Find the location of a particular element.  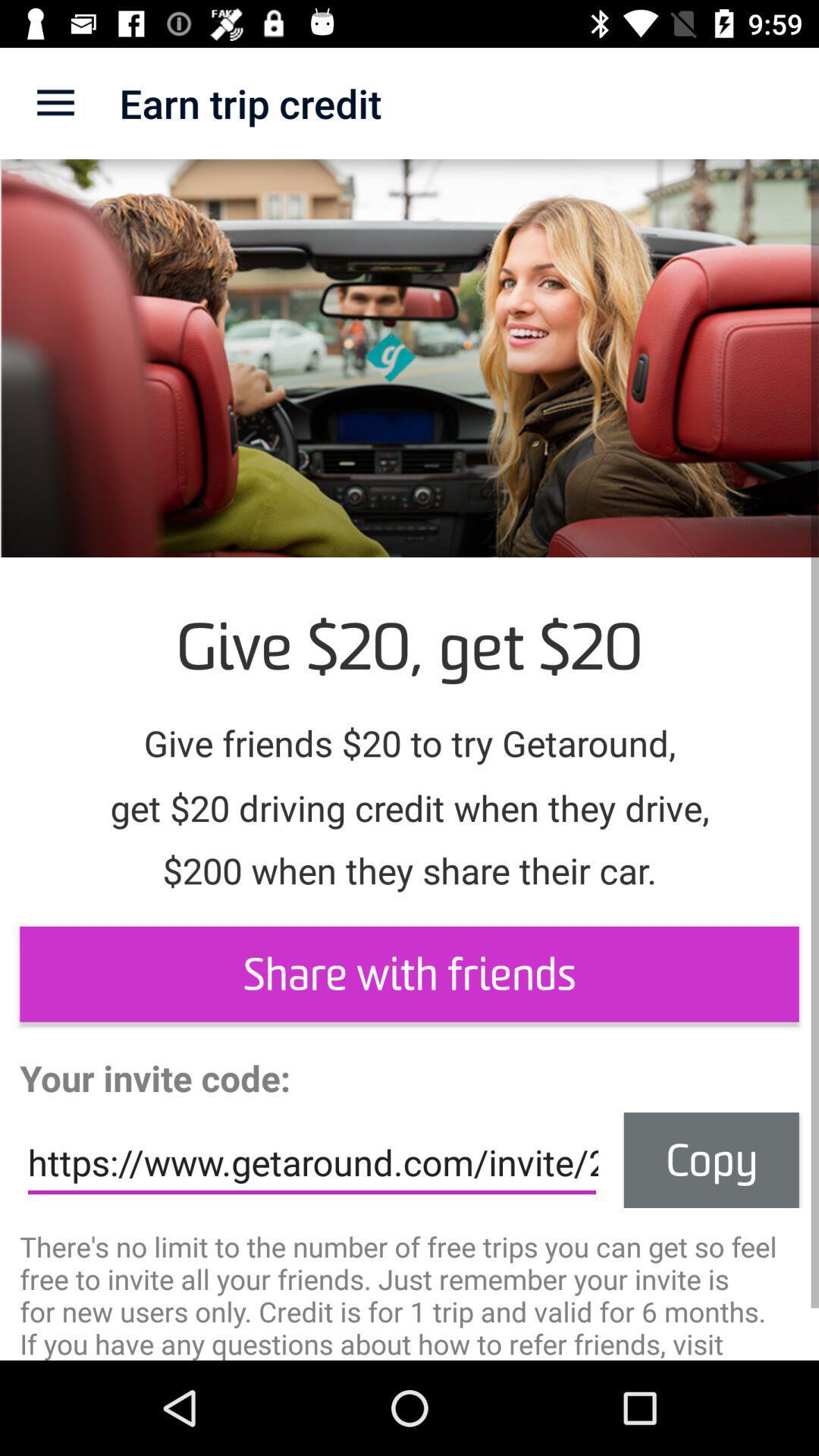

there s no icon is located at coordinates (409, 1293).